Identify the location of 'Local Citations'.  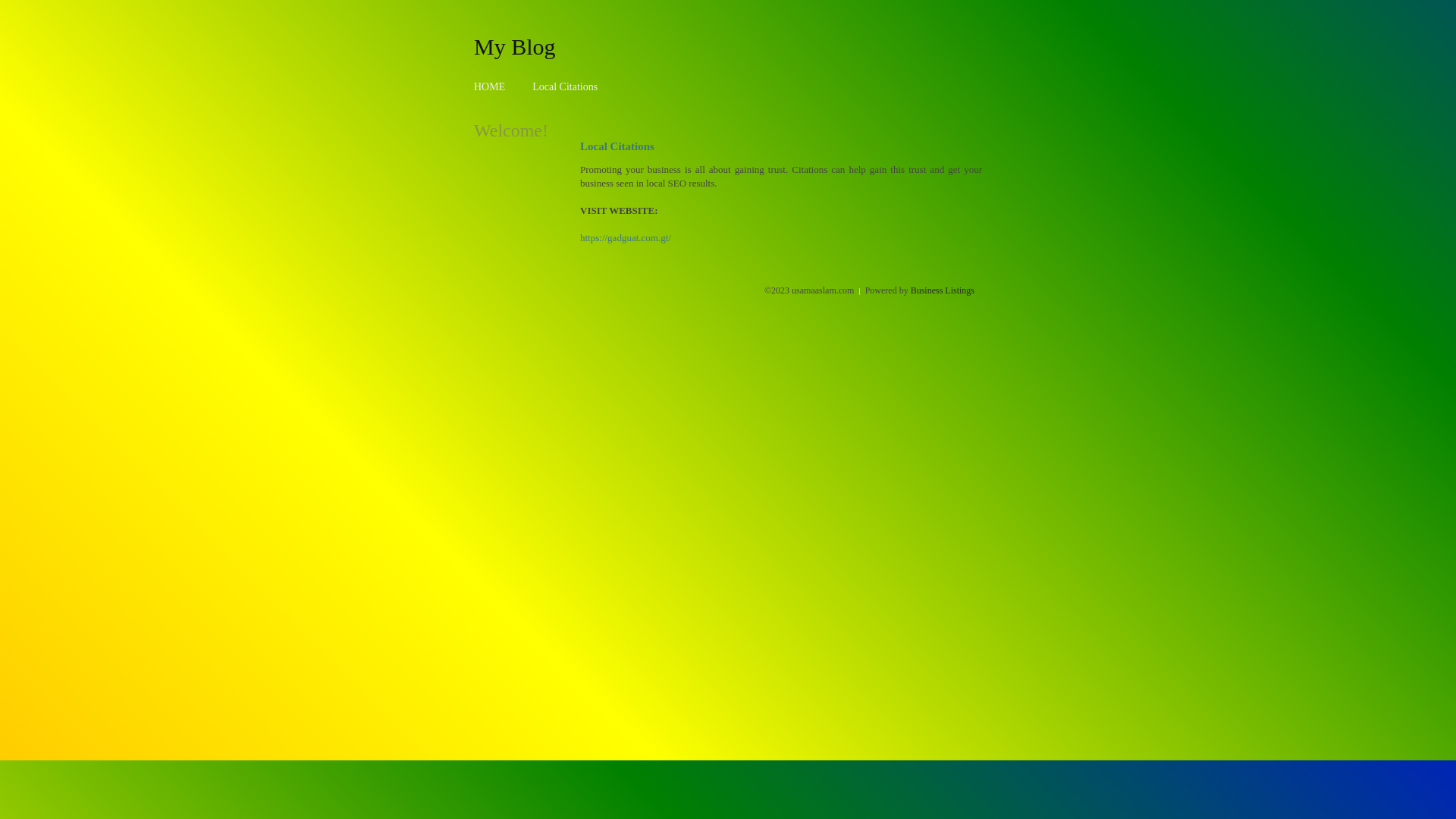
(532, 86).